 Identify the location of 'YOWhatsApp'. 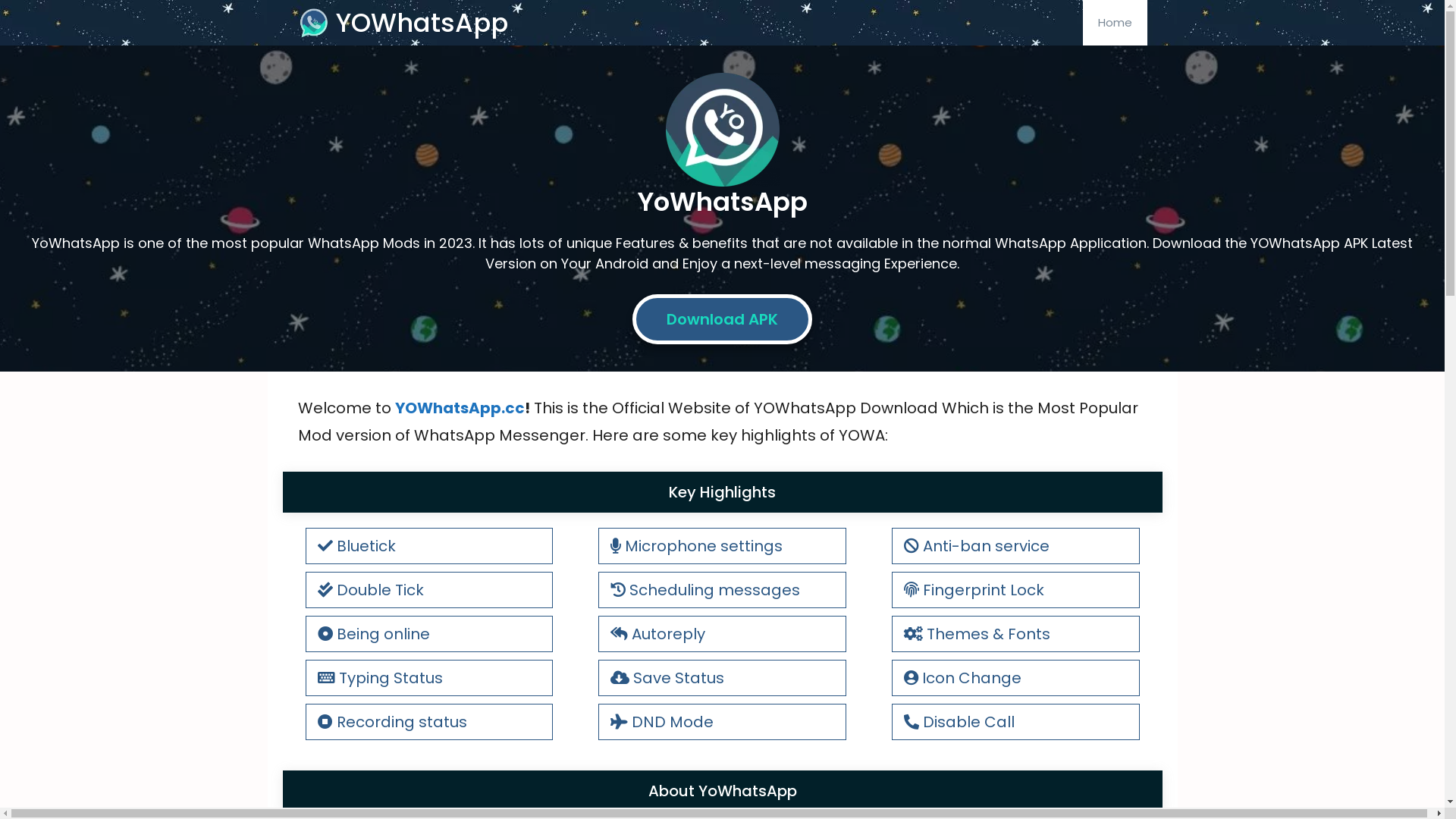
(421, 23).